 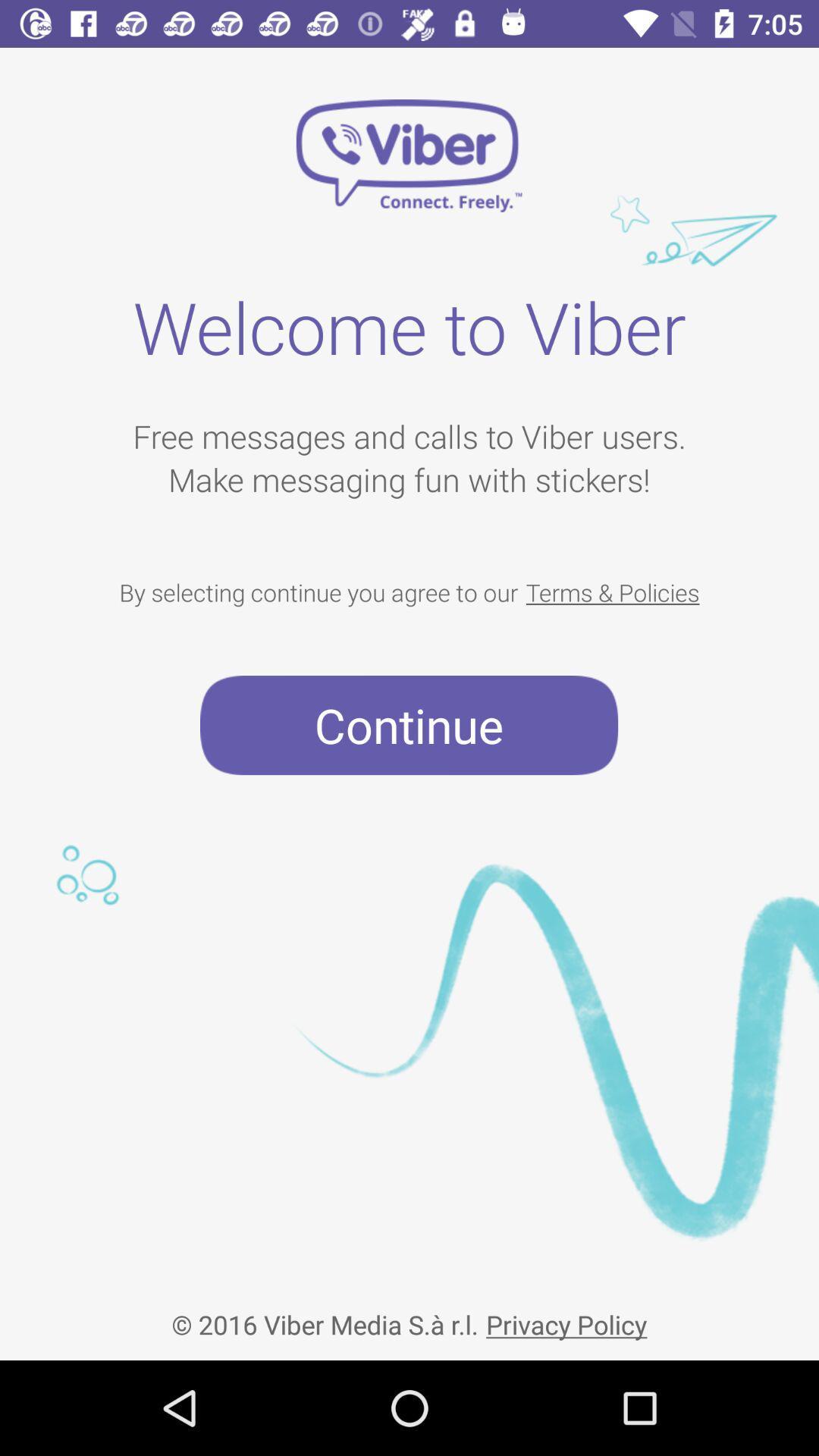 I want to click on the item next to 2016 viber media item, so click(x=566, y=1311).